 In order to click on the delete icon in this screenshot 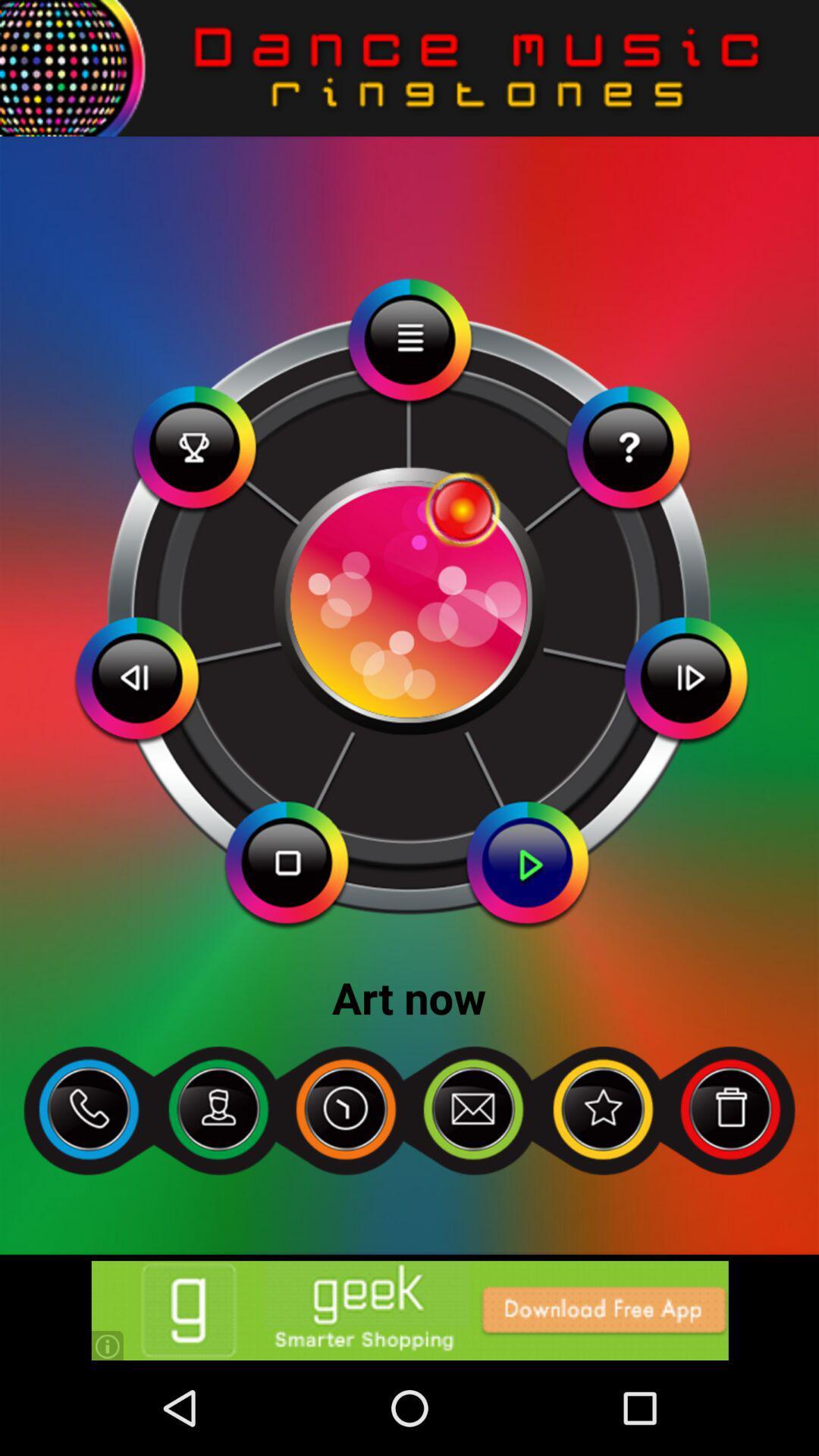, I will do `click(730, 1188)`.